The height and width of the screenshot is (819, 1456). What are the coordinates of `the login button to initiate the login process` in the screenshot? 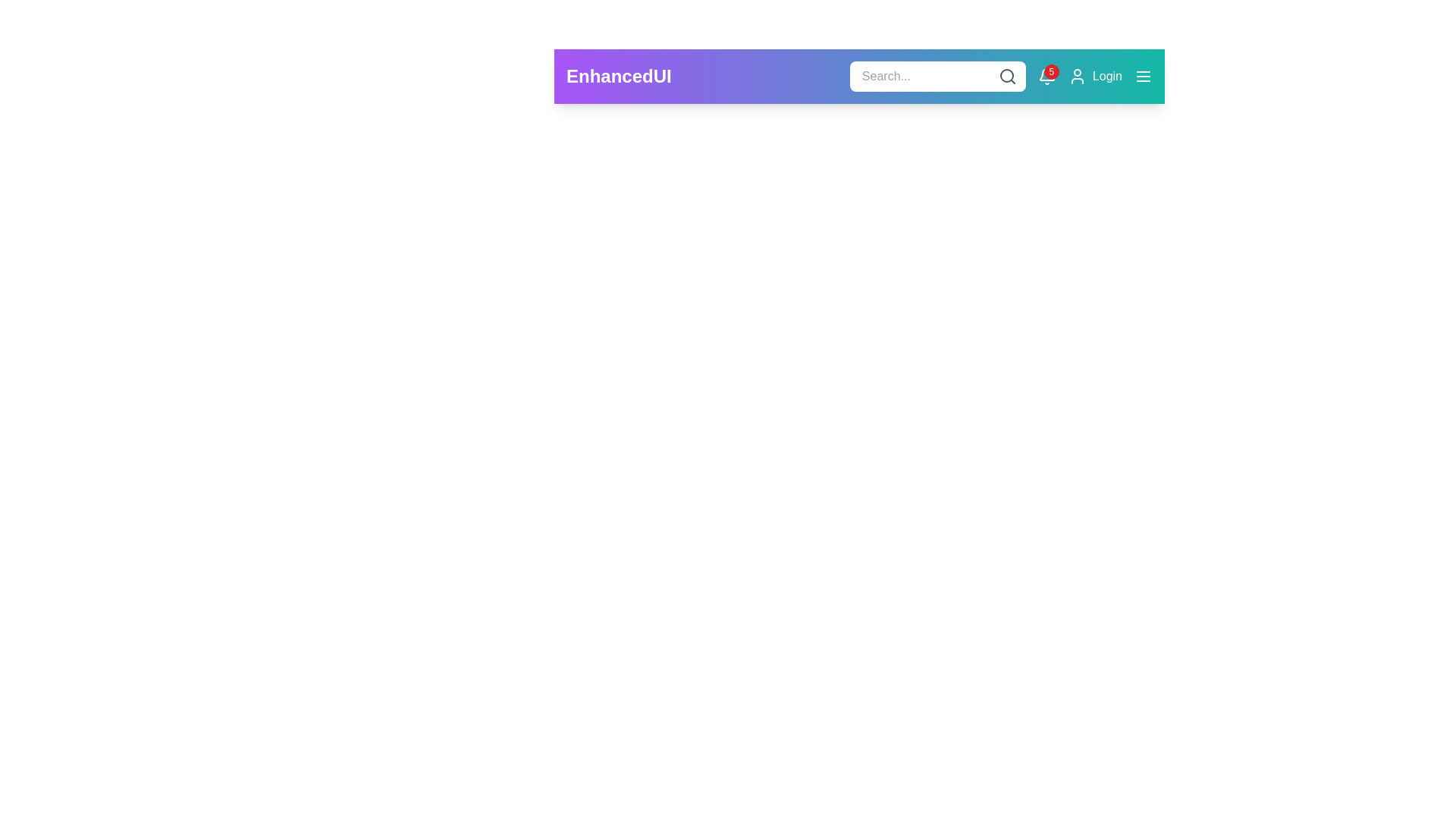 It's located at (1095, 76).